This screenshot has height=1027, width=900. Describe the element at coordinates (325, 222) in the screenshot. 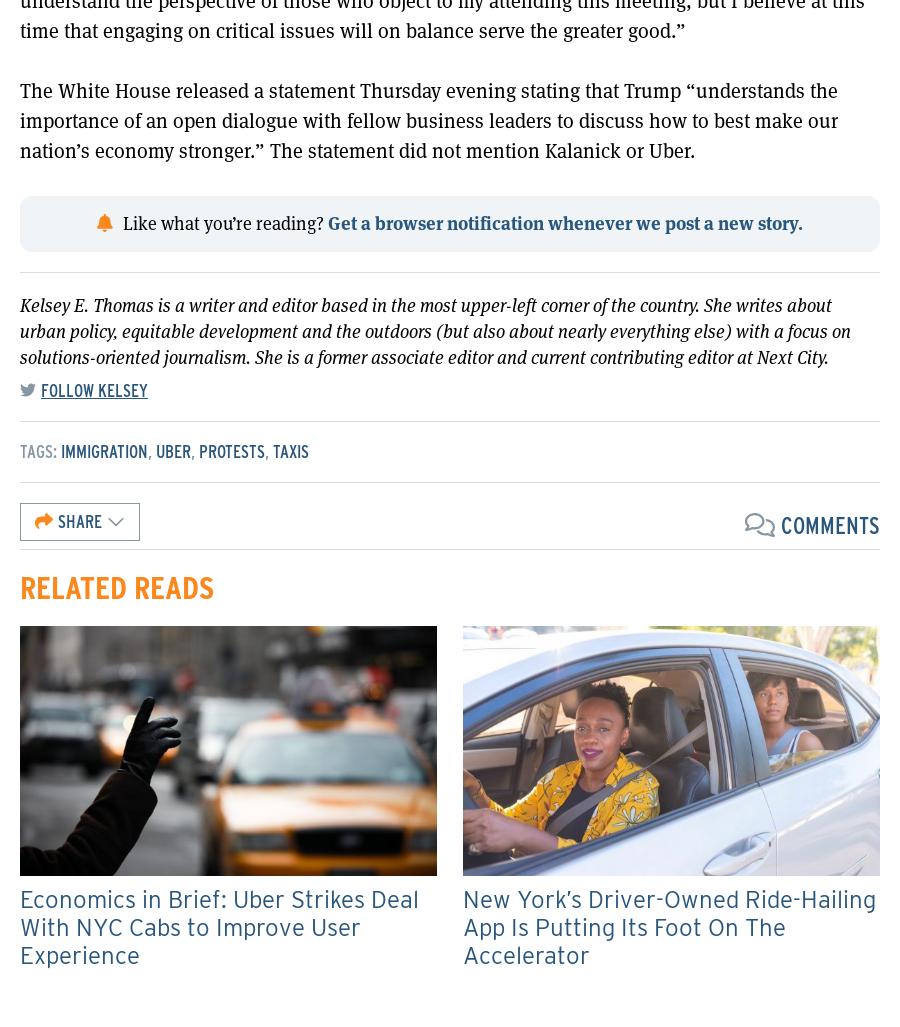

I see `'Get a browser notification whenever we post a new story.'` at that location.